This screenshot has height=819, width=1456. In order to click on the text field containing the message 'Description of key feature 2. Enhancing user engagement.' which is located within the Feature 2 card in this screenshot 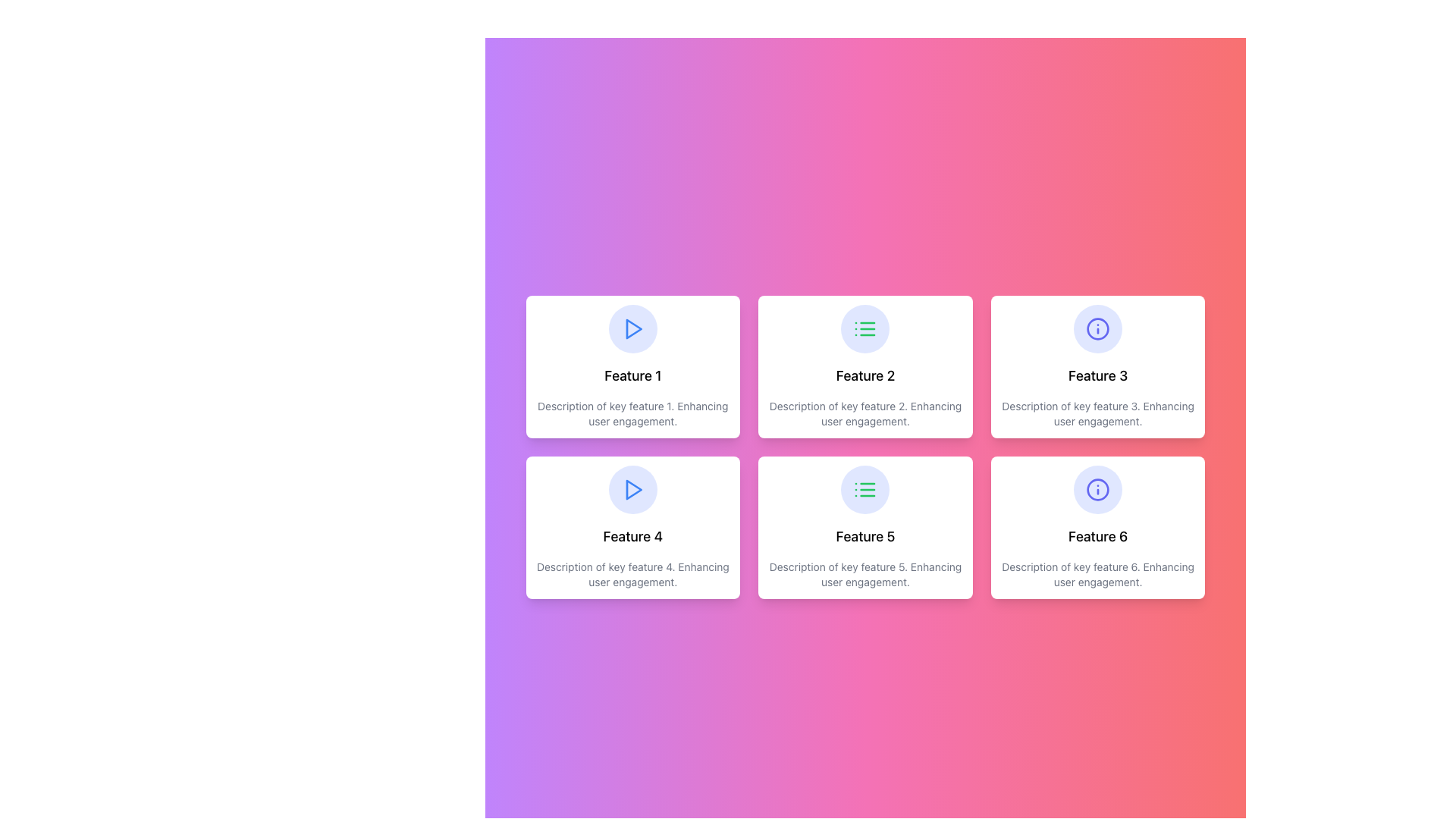, I will do `click(865, 414)`.